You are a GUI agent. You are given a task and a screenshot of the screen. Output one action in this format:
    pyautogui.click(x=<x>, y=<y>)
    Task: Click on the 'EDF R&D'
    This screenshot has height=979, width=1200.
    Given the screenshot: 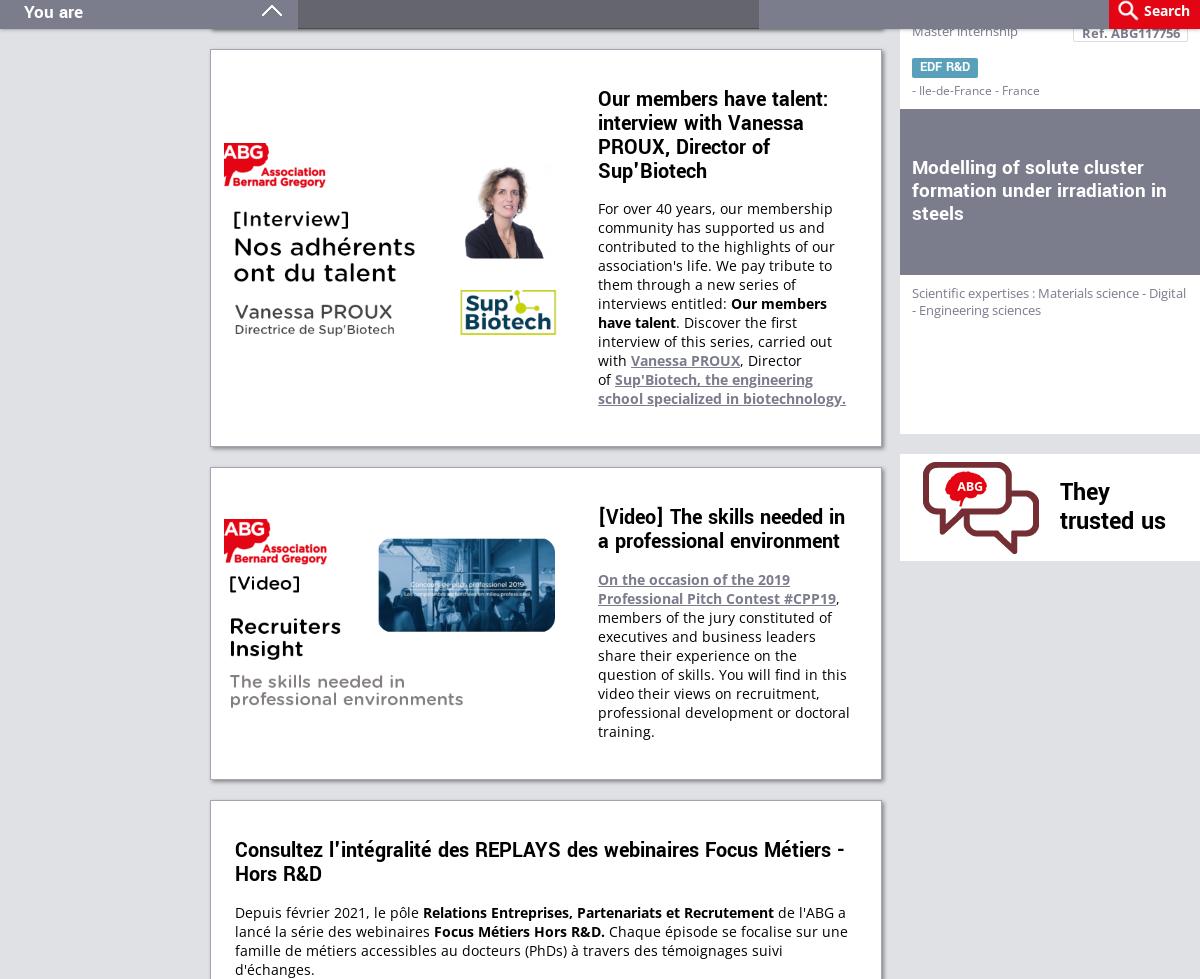 What is the action you would take?
    pyautogui.click(x=945, y=66)
    